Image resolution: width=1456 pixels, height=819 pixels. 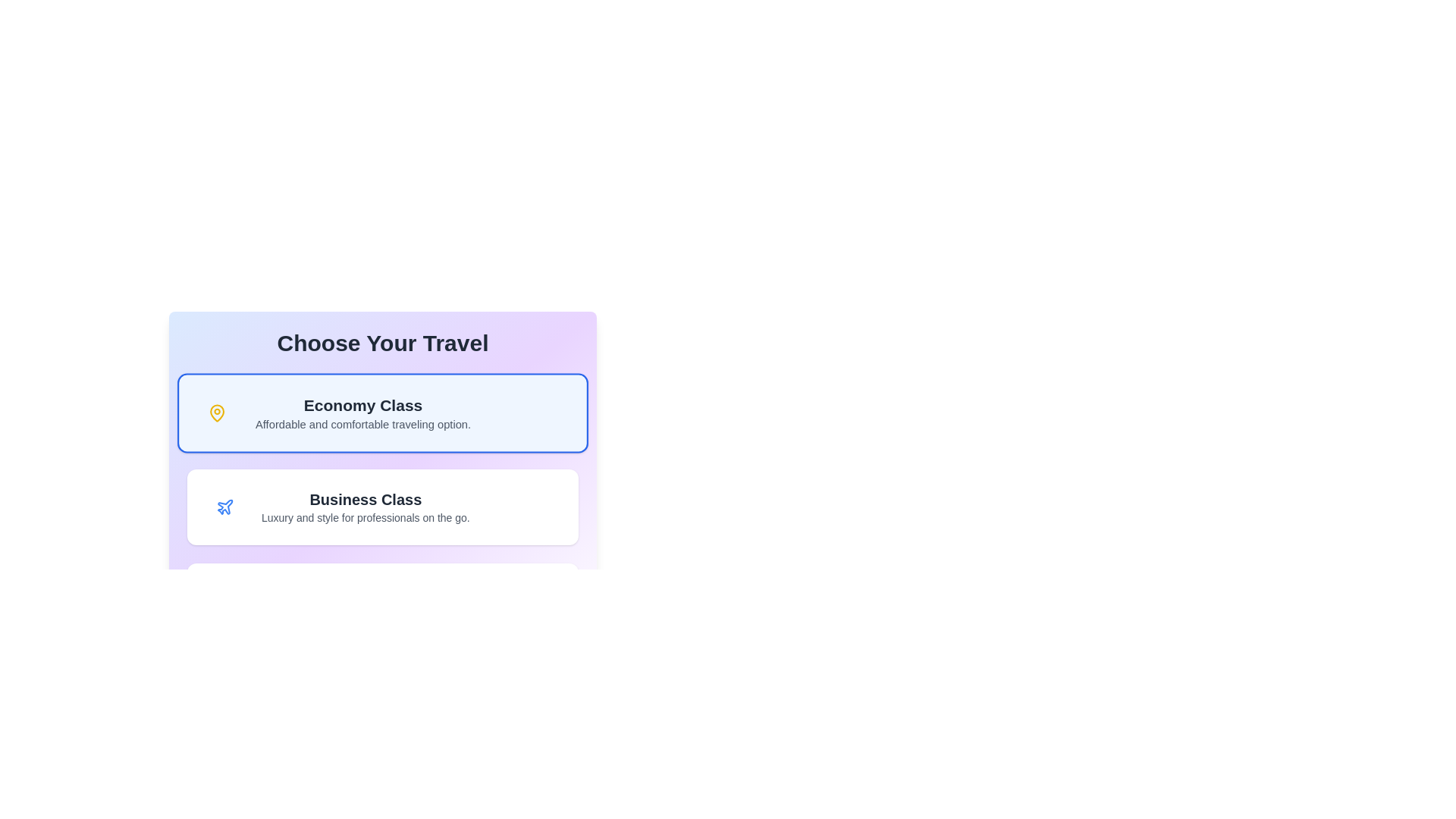 I want to click on the 'Economy Class' icon located at the top-left corner of the selectable option box in the 'Choose Your Travel' section, so click(x=216, y=413).